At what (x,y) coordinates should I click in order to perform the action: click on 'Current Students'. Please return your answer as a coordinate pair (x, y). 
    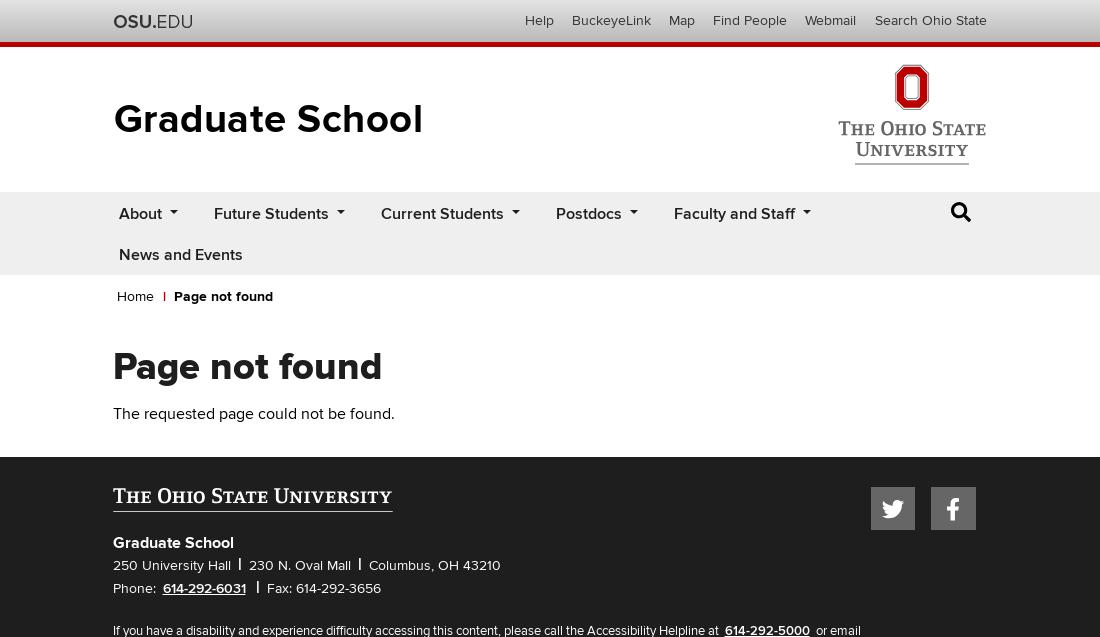
    Looking at the image, I should click on (440, 213).